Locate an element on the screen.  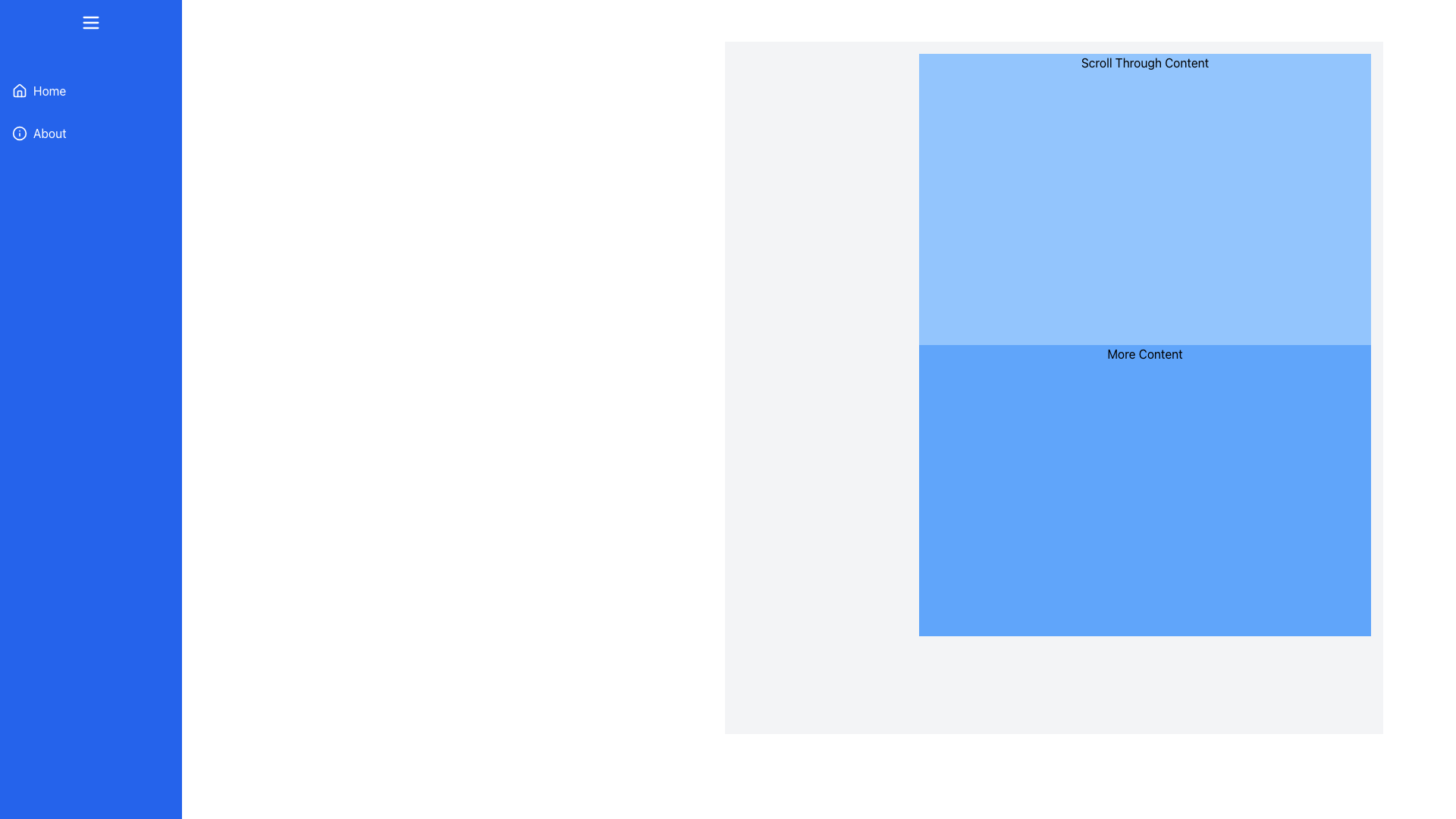
the house icon located in the left sidebar above the 'Home' label is located at coordinates (19, 90).